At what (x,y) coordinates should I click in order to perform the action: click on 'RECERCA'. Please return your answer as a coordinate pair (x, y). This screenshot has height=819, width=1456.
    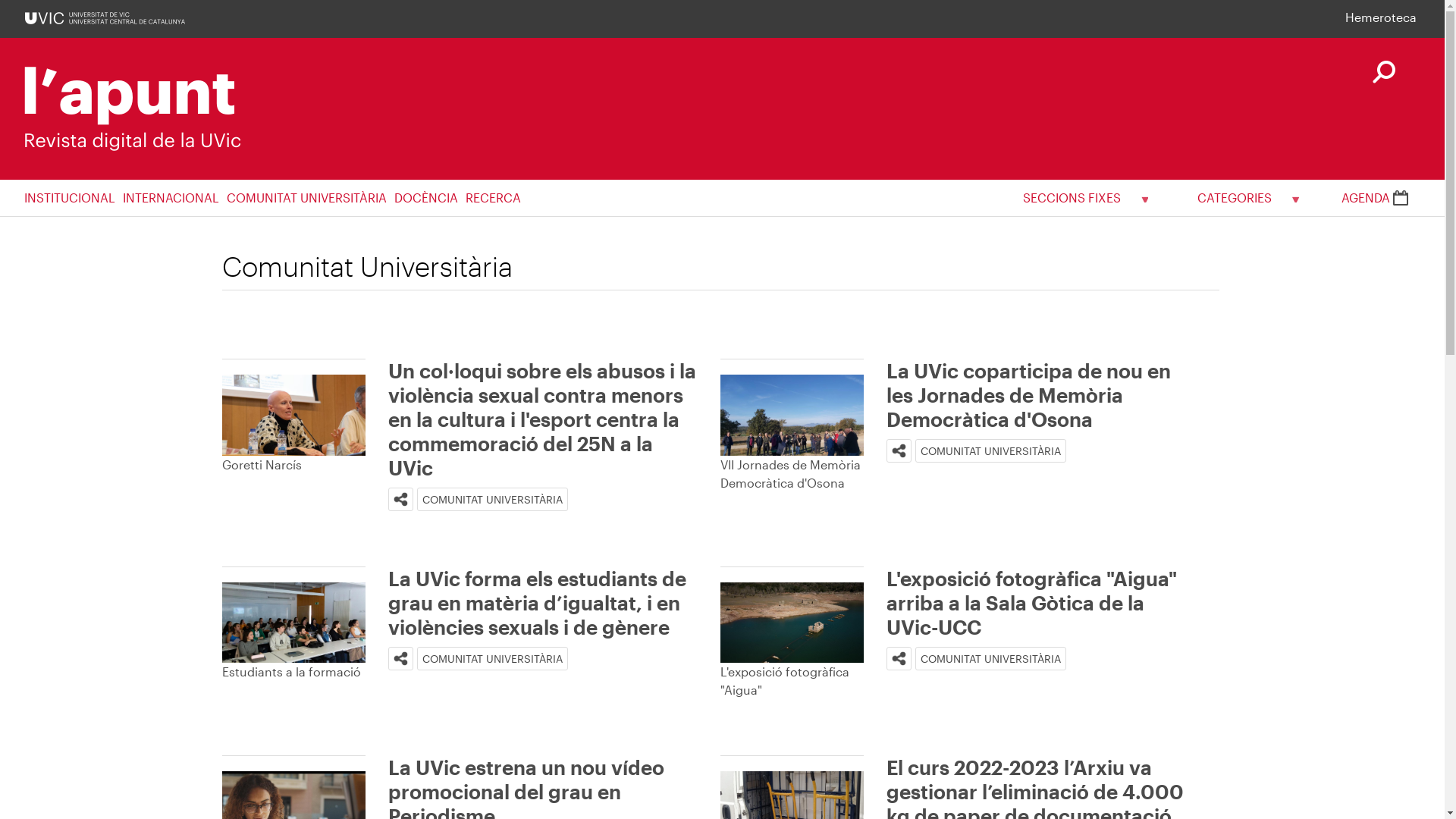
    Looking at the image, I should click on (497, 197).